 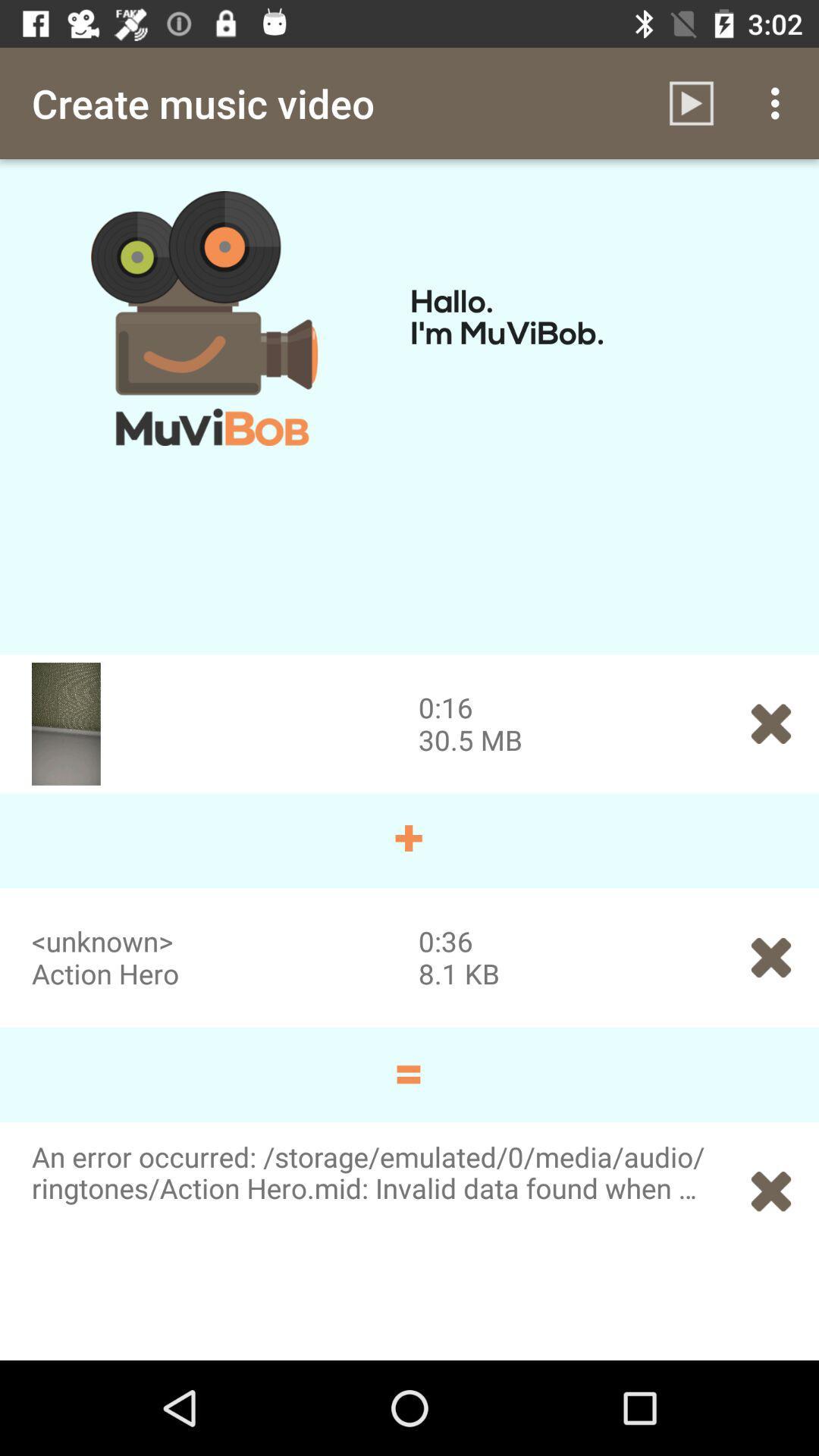 What do you see at coordinates (771, 957) in the screenshot?
I see `the cross in the second option` at bounding box center [771, 957].